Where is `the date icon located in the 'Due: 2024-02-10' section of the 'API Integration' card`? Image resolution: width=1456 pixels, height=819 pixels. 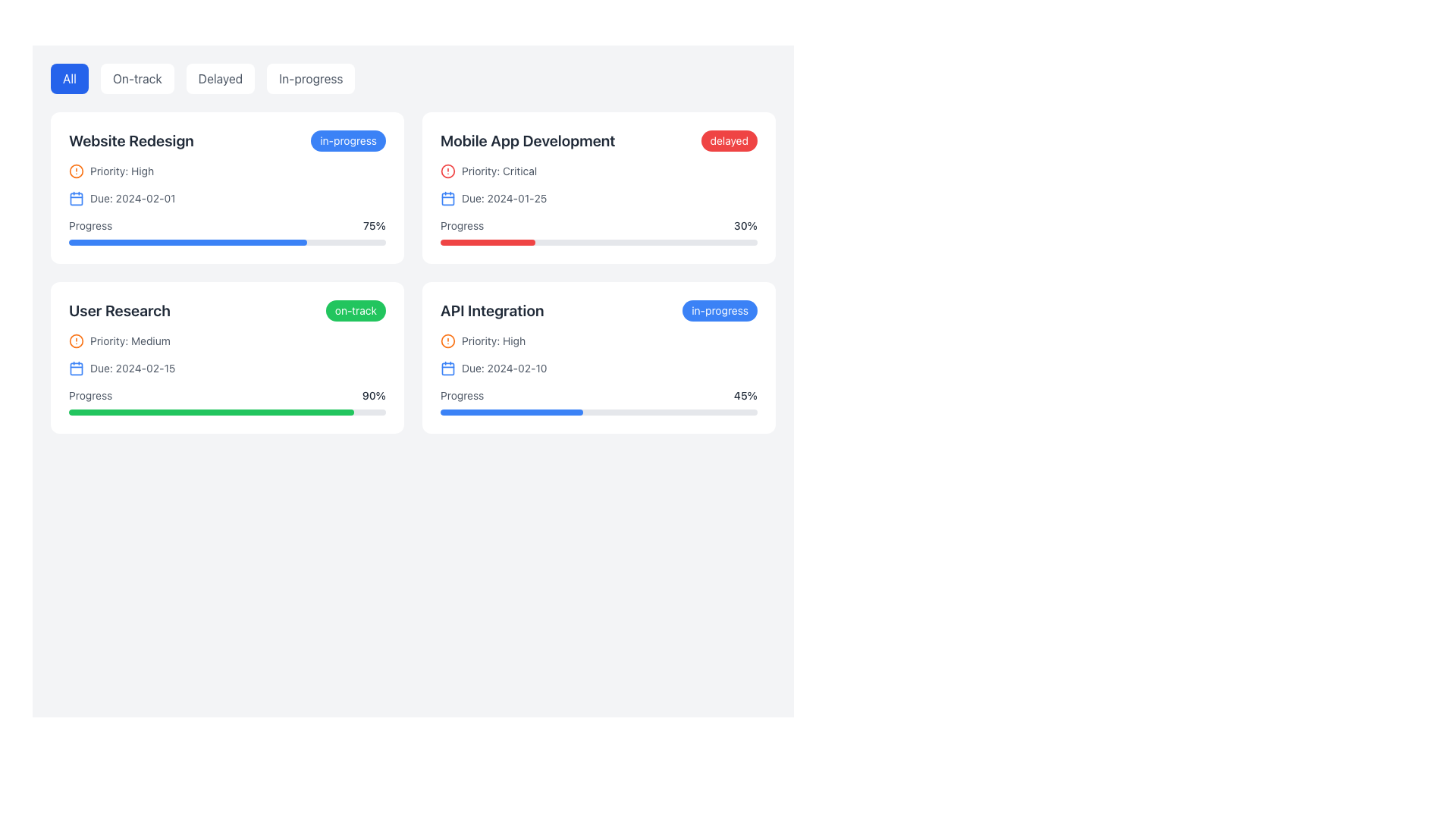 the date icon located in the 'Due: 2024-02-10' section of the 'API Integration' card is located at coordinates (447, 369).